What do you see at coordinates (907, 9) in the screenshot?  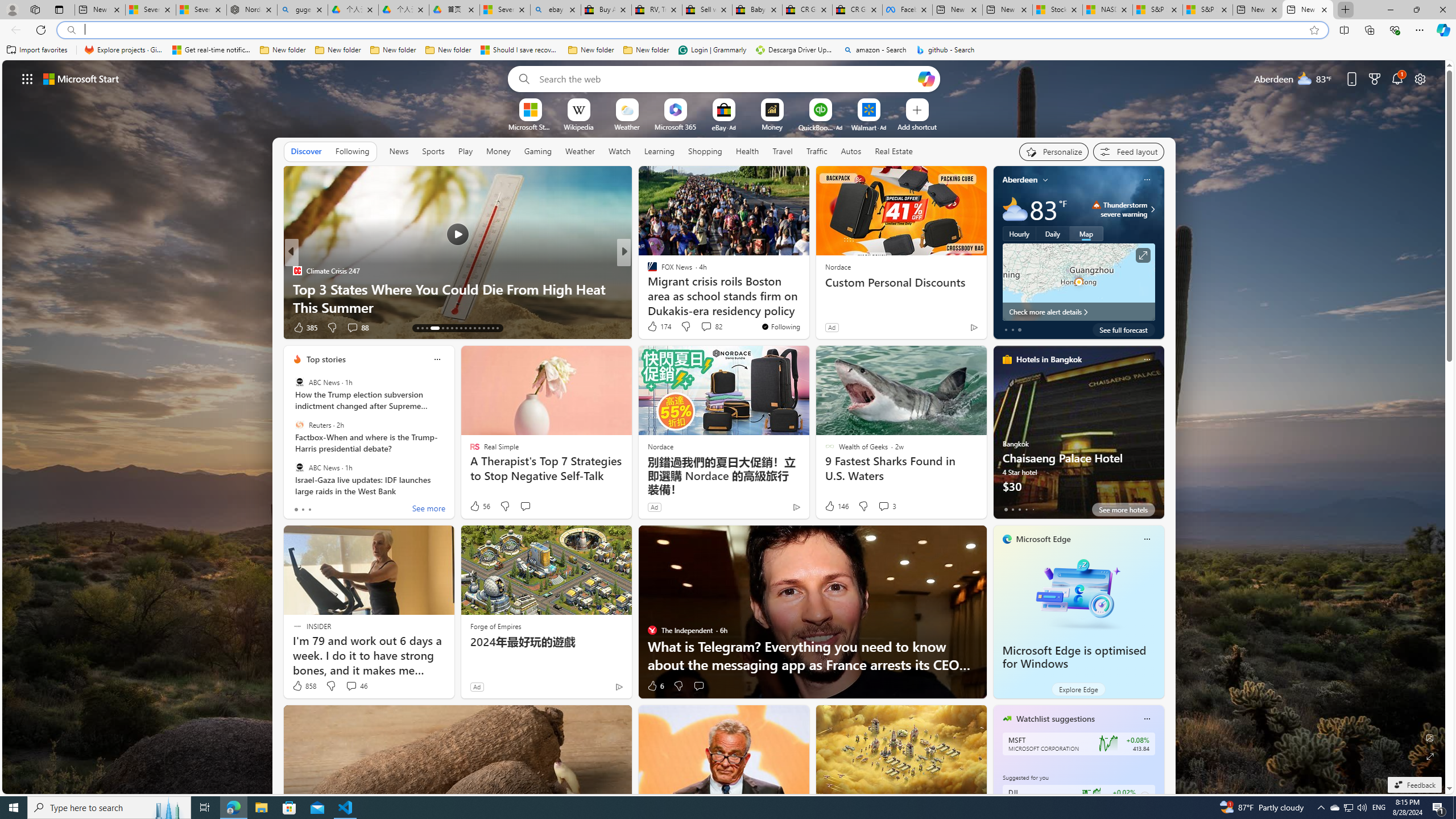 I see `'Facebook'` at bounding box center [907, 9].